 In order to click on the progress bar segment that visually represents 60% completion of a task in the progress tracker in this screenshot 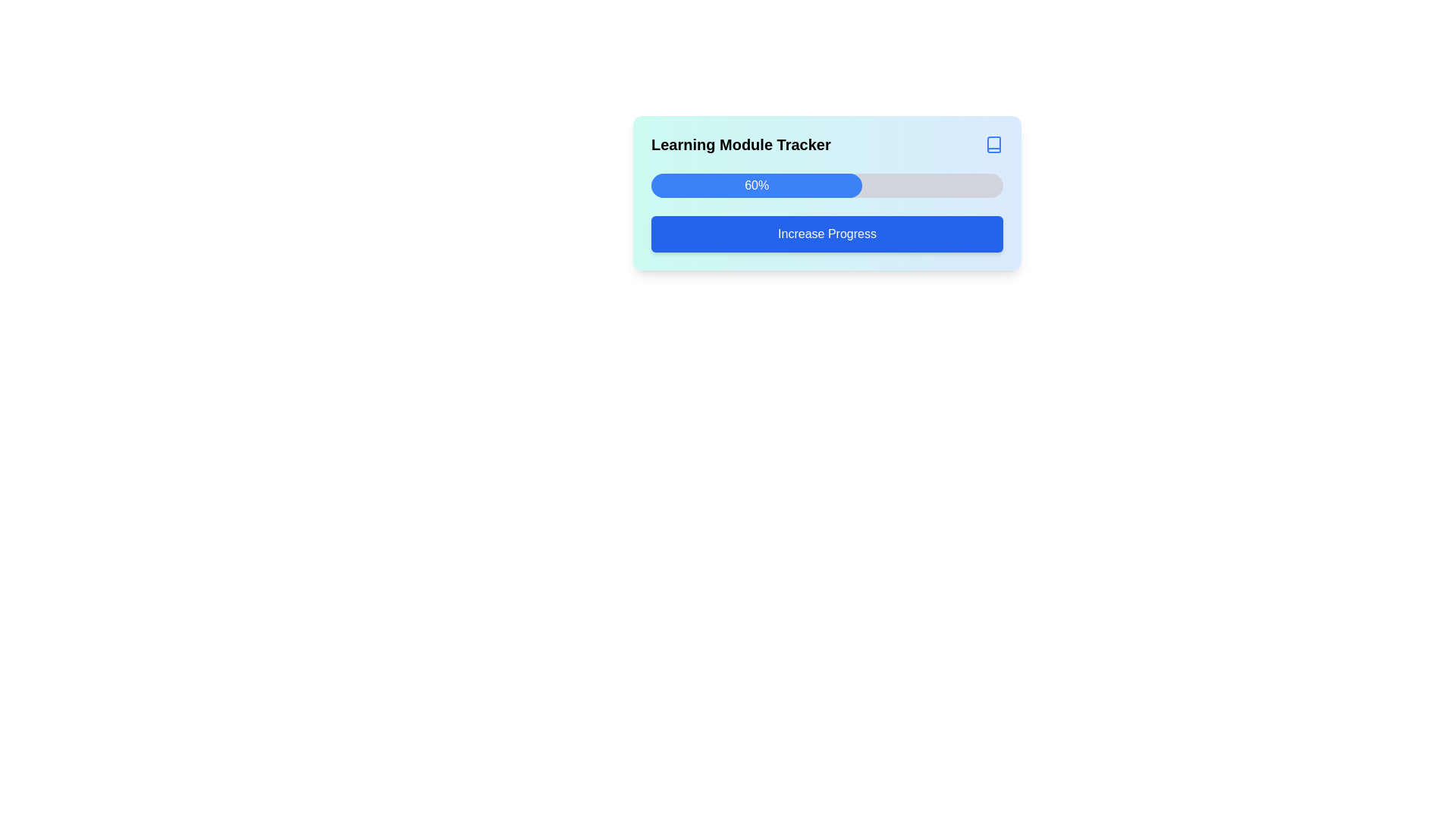, I will do `click(757, 185)`.